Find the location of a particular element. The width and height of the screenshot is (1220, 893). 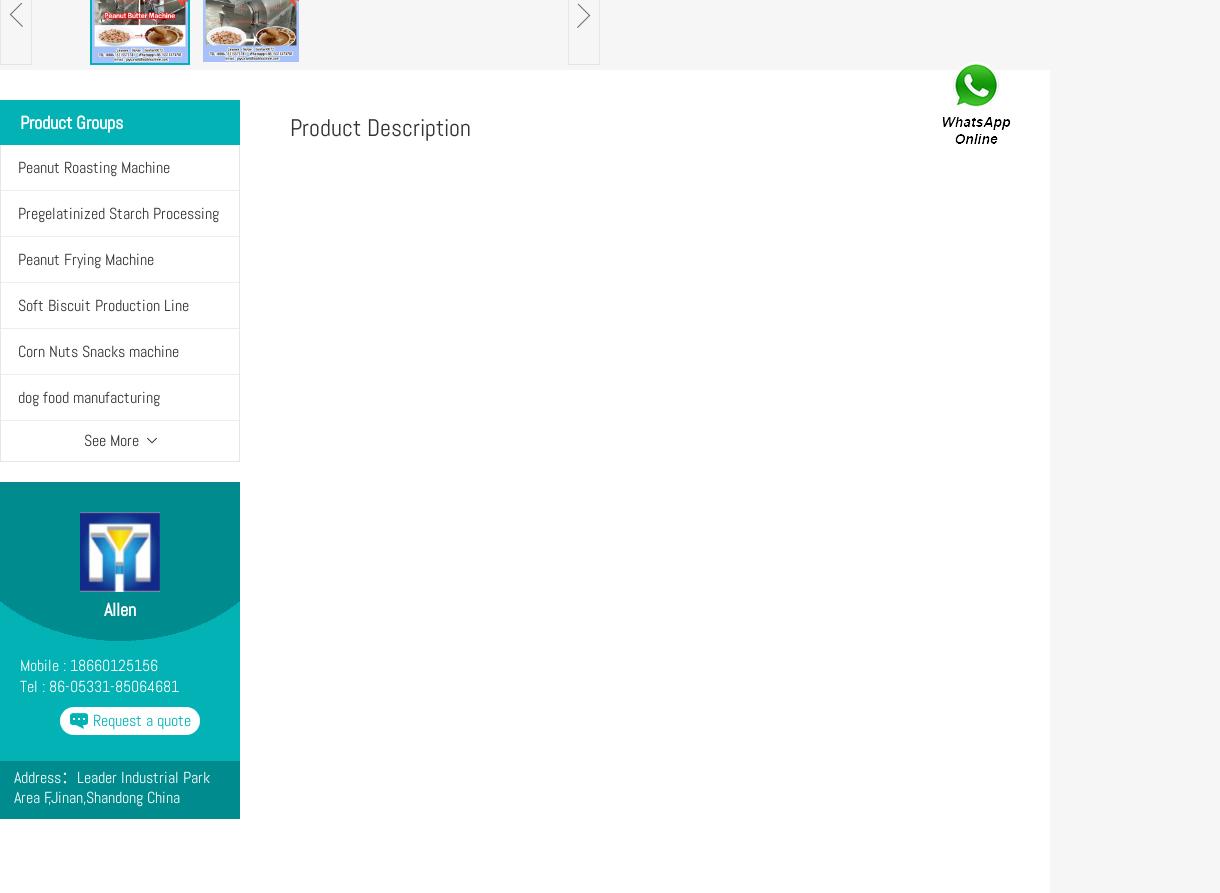

'Tel : 86-05331-85064681' is located at coordinates (98, 686).